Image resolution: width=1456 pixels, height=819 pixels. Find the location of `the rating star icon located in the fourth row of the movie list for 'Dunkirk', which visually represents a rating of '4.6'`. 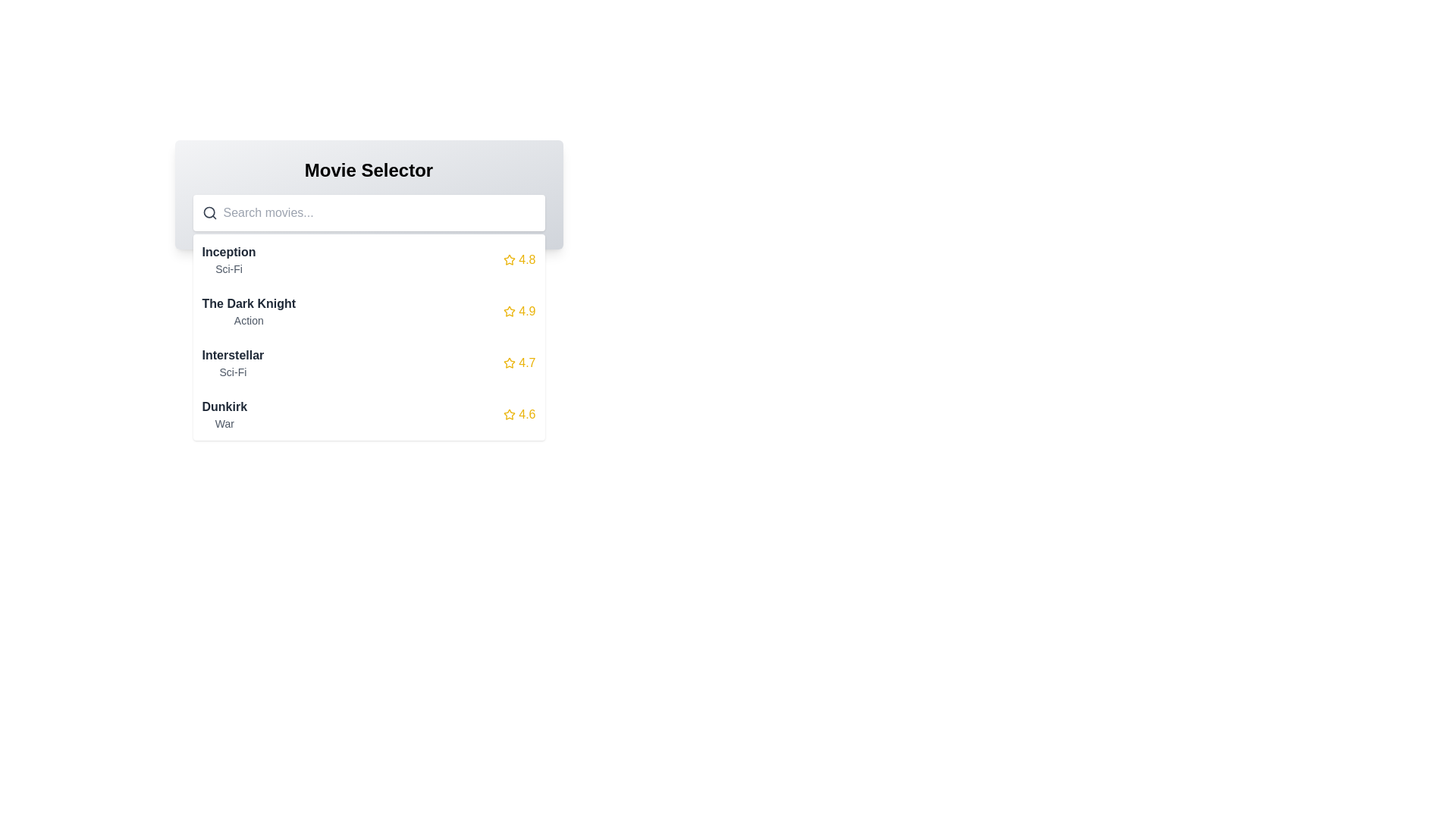

the rating star icon located in the fourth row of the movie list for 'Dunkirk', which visually represents a rating of '4.6' is located at coordinates (510, 415).